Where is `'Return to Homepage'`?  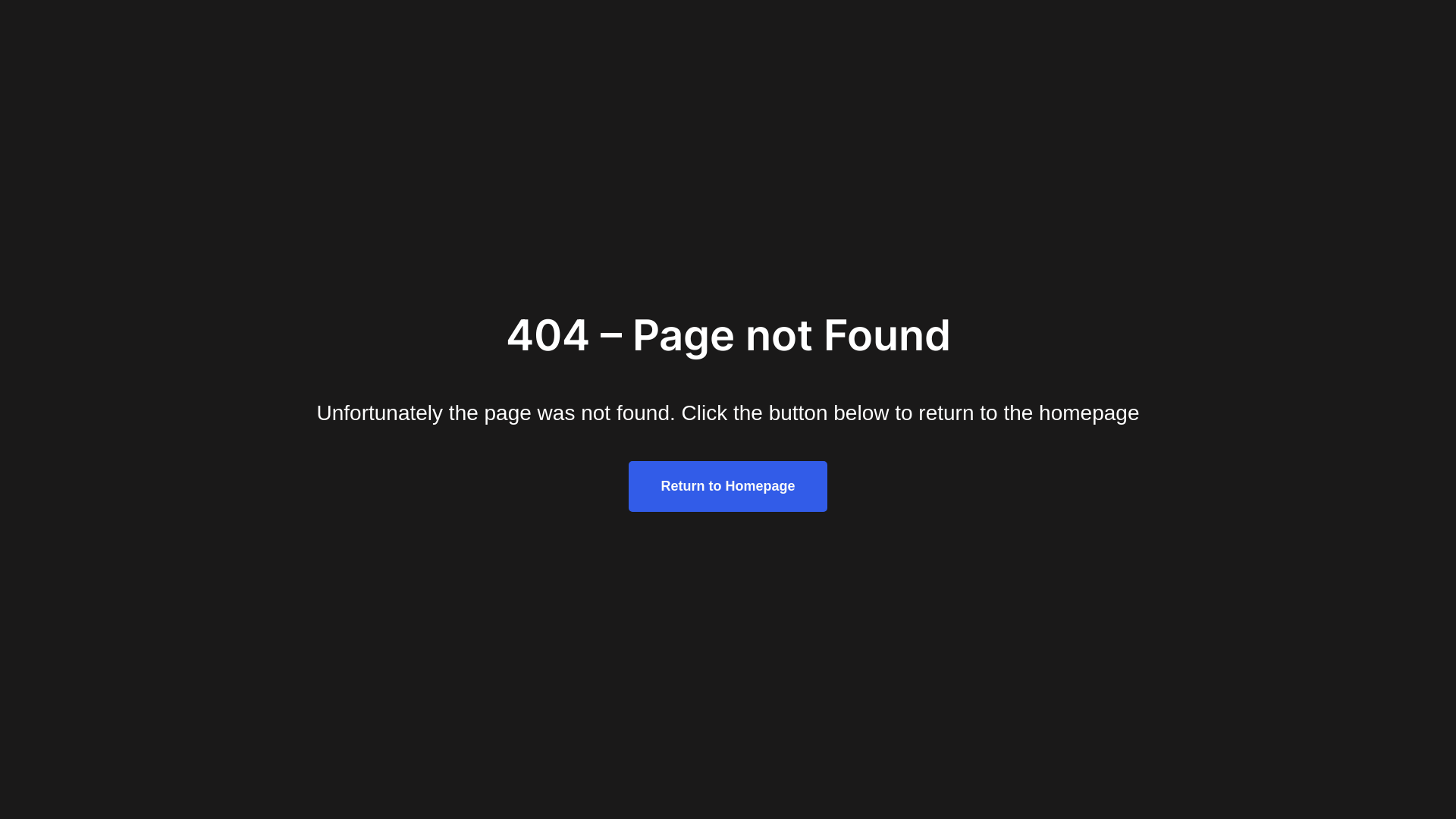
'Return to Homepage' is located at coordinates (726, 486).